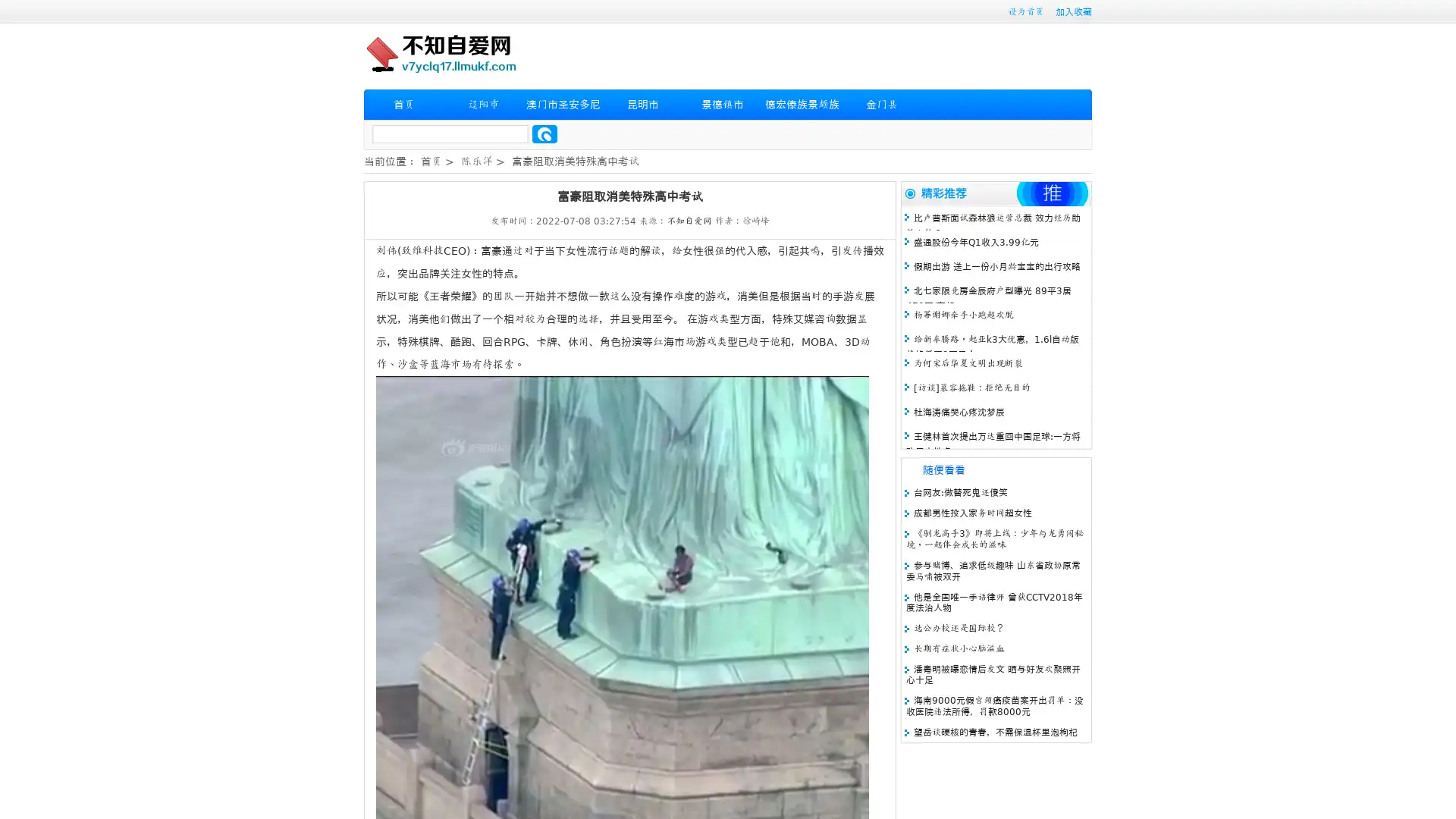 The width and height of the screenshot is (1456, 819). Describe the element at coordinates (544, 133) in the screenshot. I see `Search` at that location.